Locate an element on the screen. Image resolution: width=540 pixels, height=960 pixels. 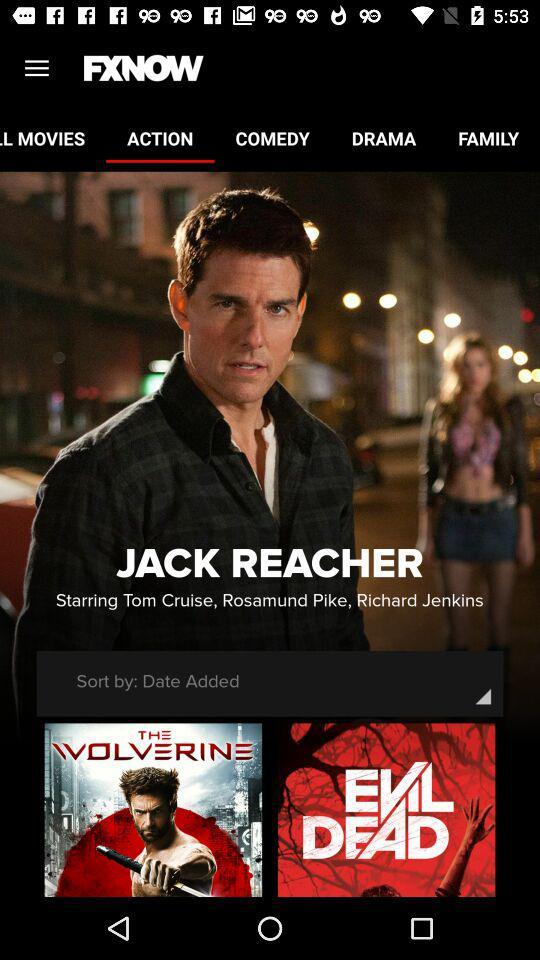
the icon next to the drama icon is located at coordinates (271, 137).